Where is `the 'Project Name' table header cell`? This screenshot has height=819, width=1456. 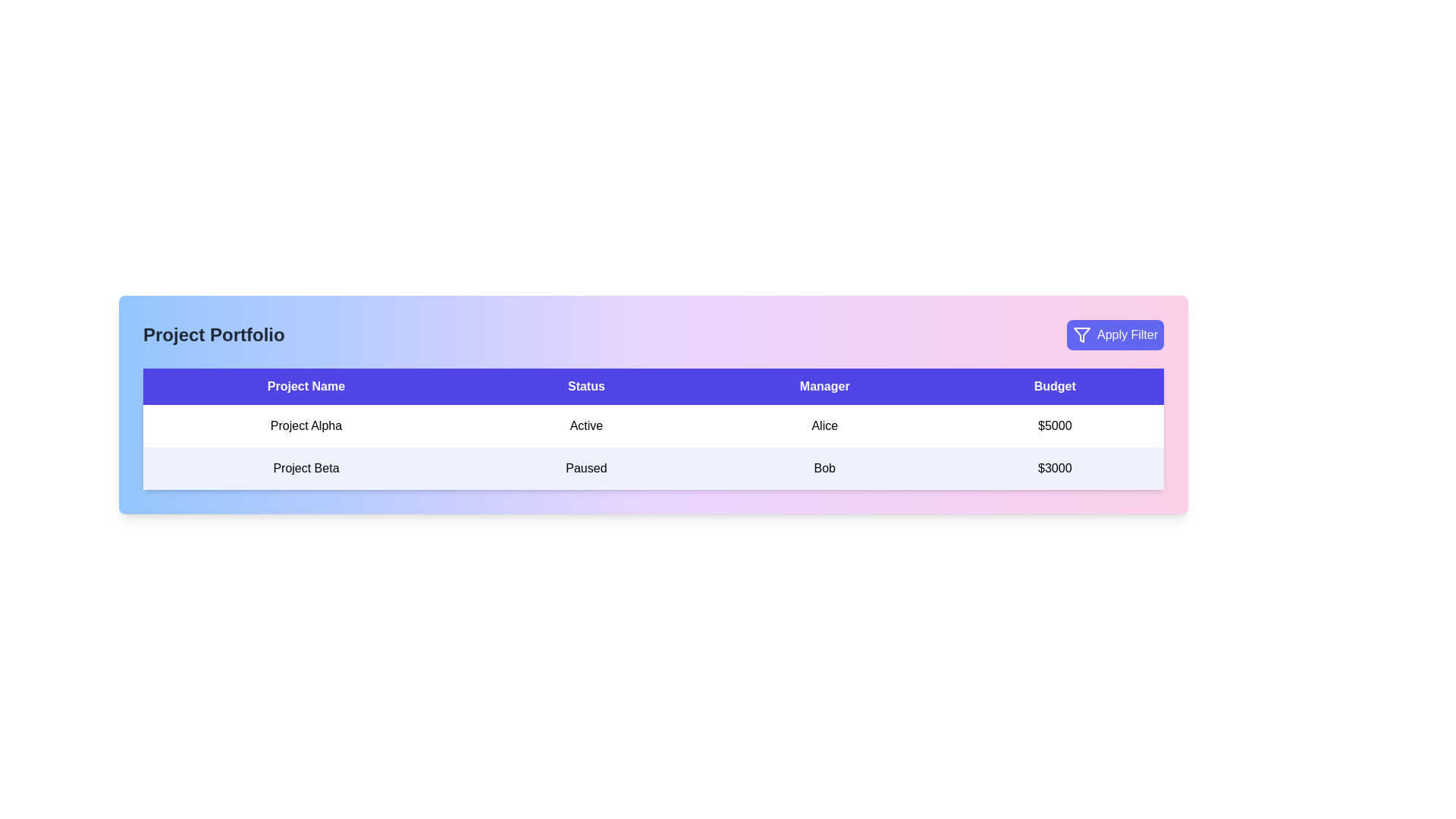 the 'Project Name' table header cell is located at coordinates (305, 385).